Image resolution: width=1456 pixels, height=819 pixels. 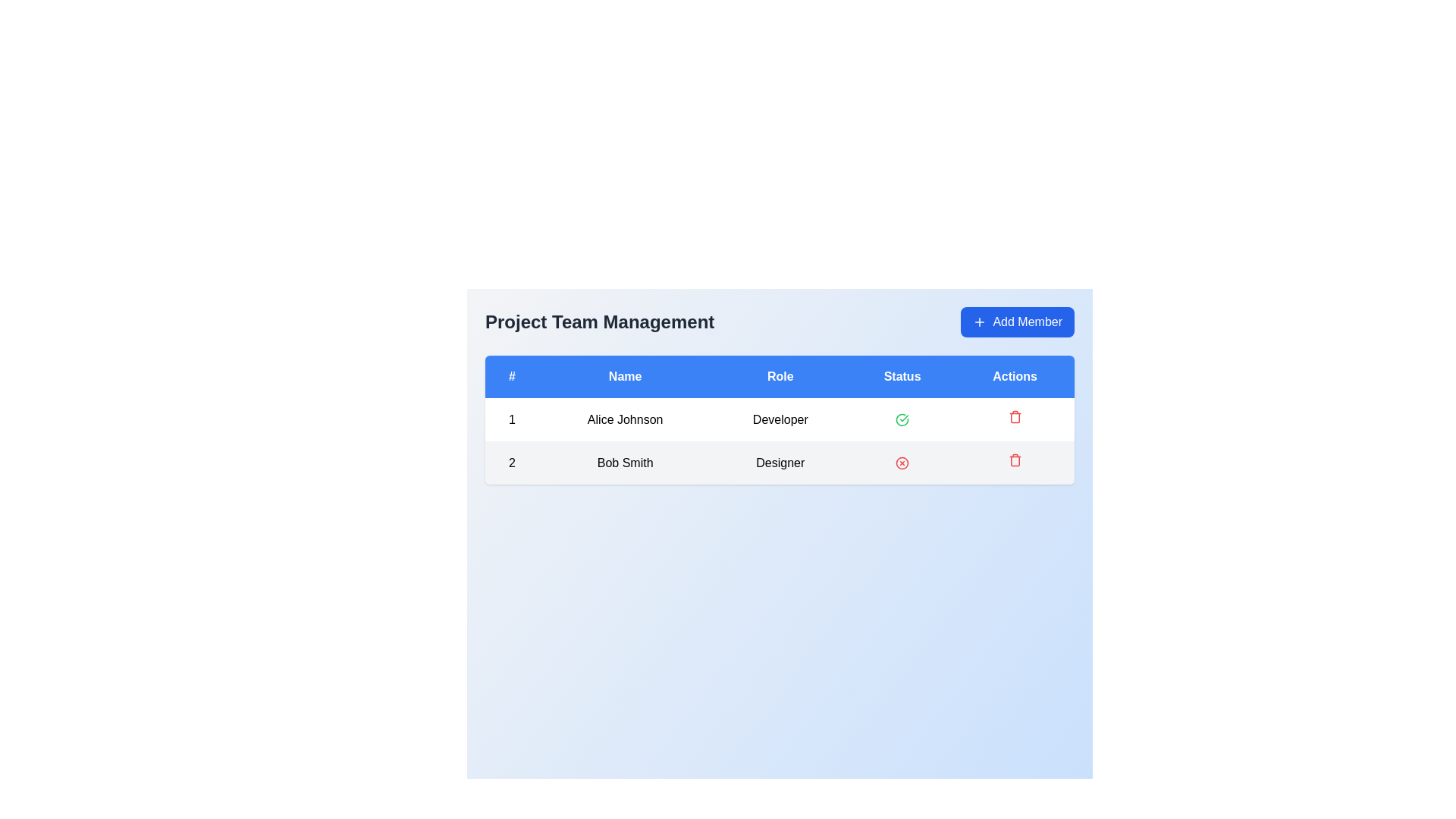 I want to click on the 'Name' column header text label, which is the second item in the horizontal list of the header row, so click(x=625, y=376).